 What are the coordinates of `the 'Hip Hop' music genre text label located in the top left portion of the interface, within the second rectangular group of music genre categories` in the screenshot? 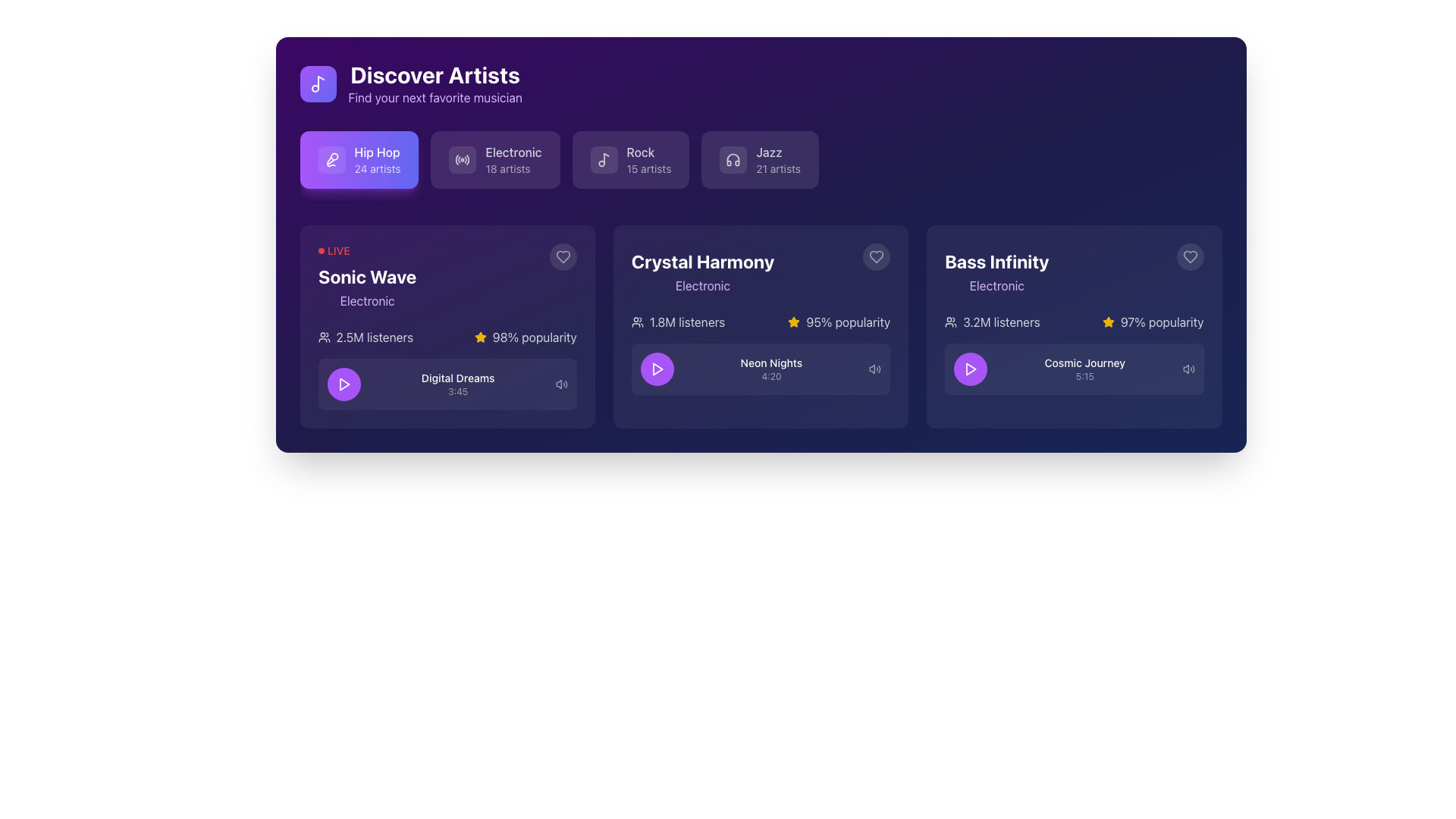 It's located at (378, 152).